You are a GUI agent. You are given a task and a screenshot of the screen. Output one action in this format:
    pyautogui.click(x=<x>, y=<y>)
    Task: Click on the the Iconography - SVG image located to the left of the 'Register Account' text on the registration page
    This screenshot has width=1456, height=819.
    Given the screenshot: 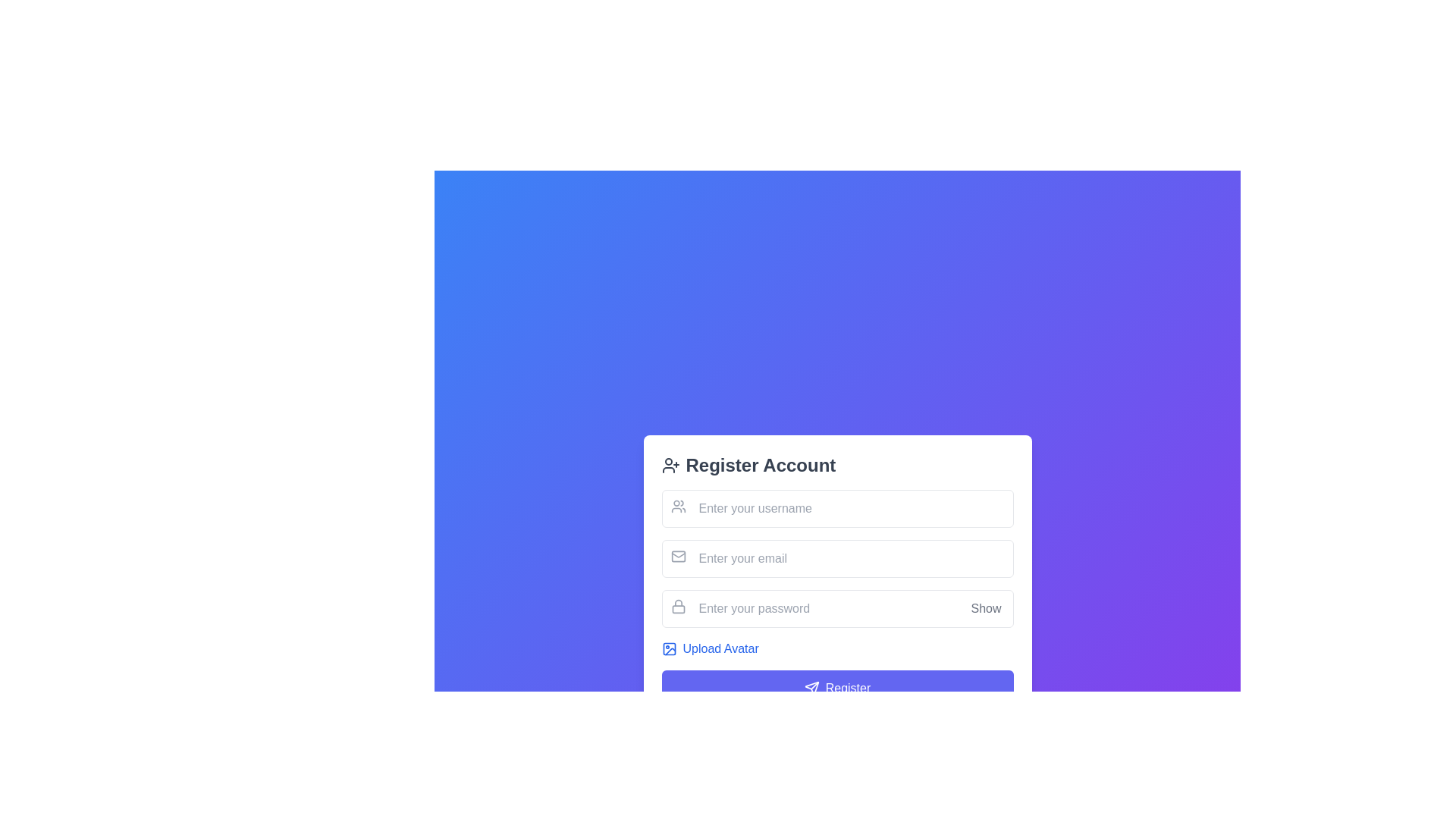 What is the action you would take?
    pyautogui.click(x=670, y=464)
    